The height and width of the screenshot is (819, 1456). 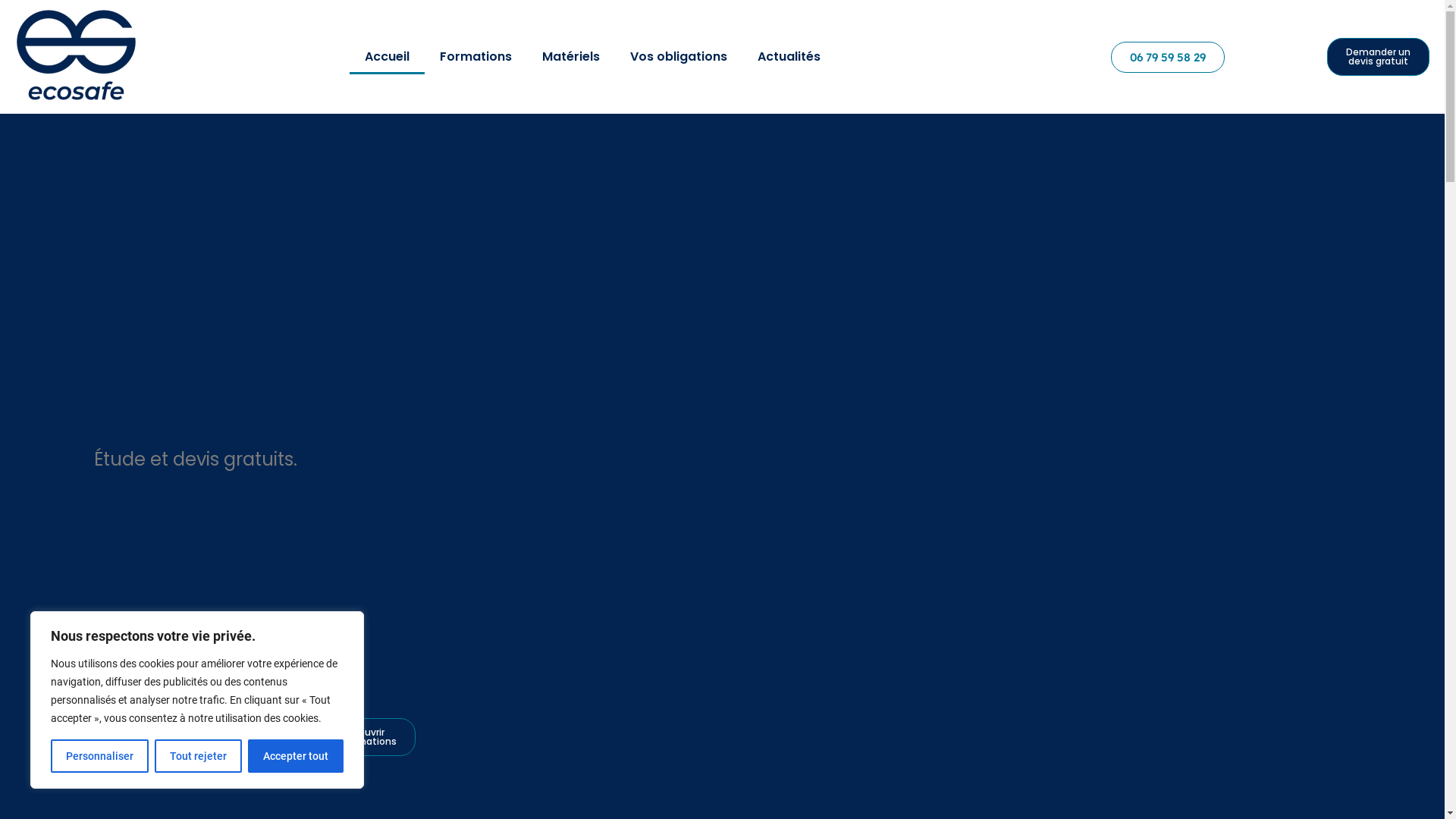 What do you see at coordinates (425, 55) in the screenshot?
I see `'Formations'` at bounding box center [425, 55].